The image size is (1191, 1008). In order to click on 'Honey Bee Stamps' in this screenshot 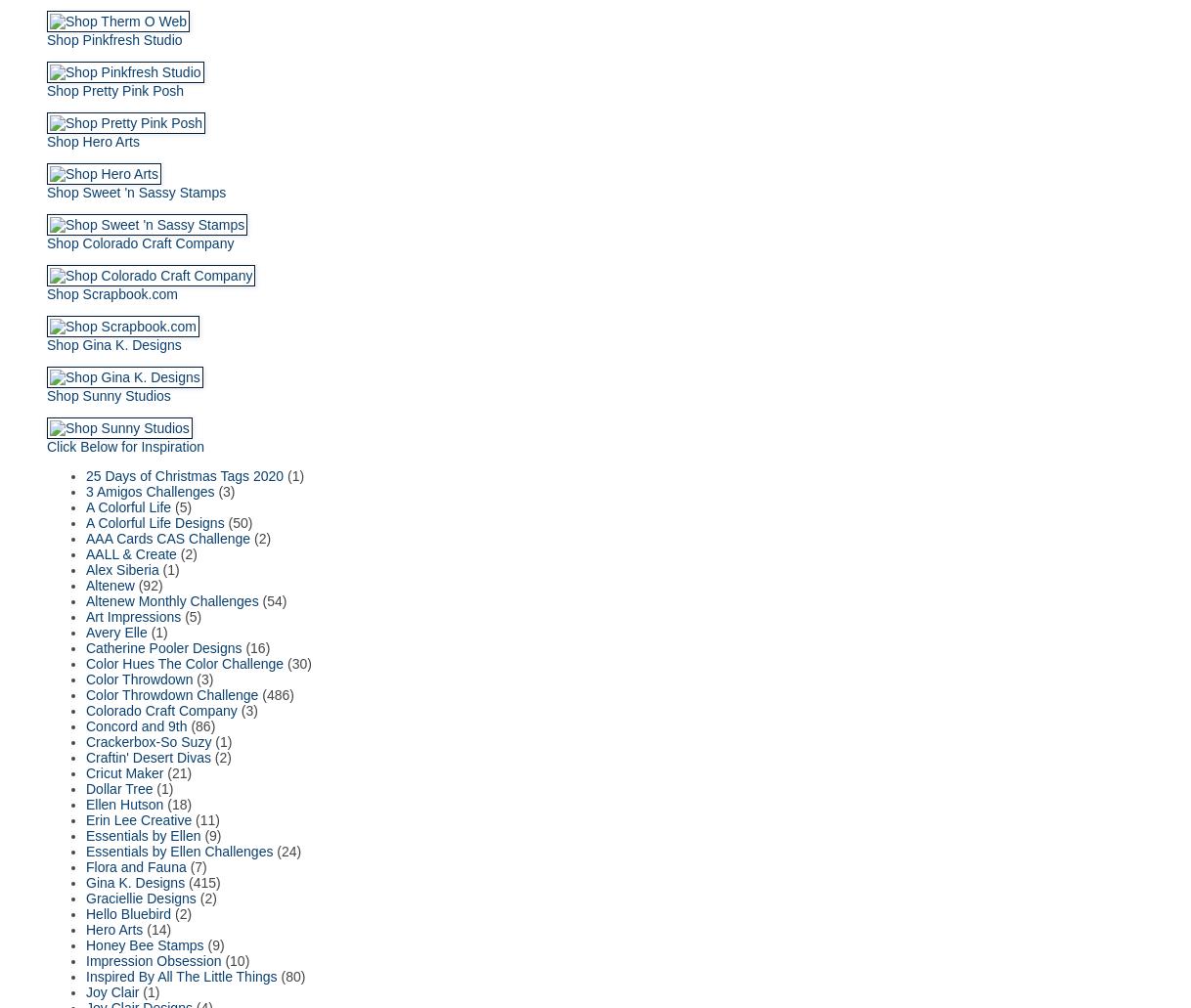, I will do `click(143, 943)`.